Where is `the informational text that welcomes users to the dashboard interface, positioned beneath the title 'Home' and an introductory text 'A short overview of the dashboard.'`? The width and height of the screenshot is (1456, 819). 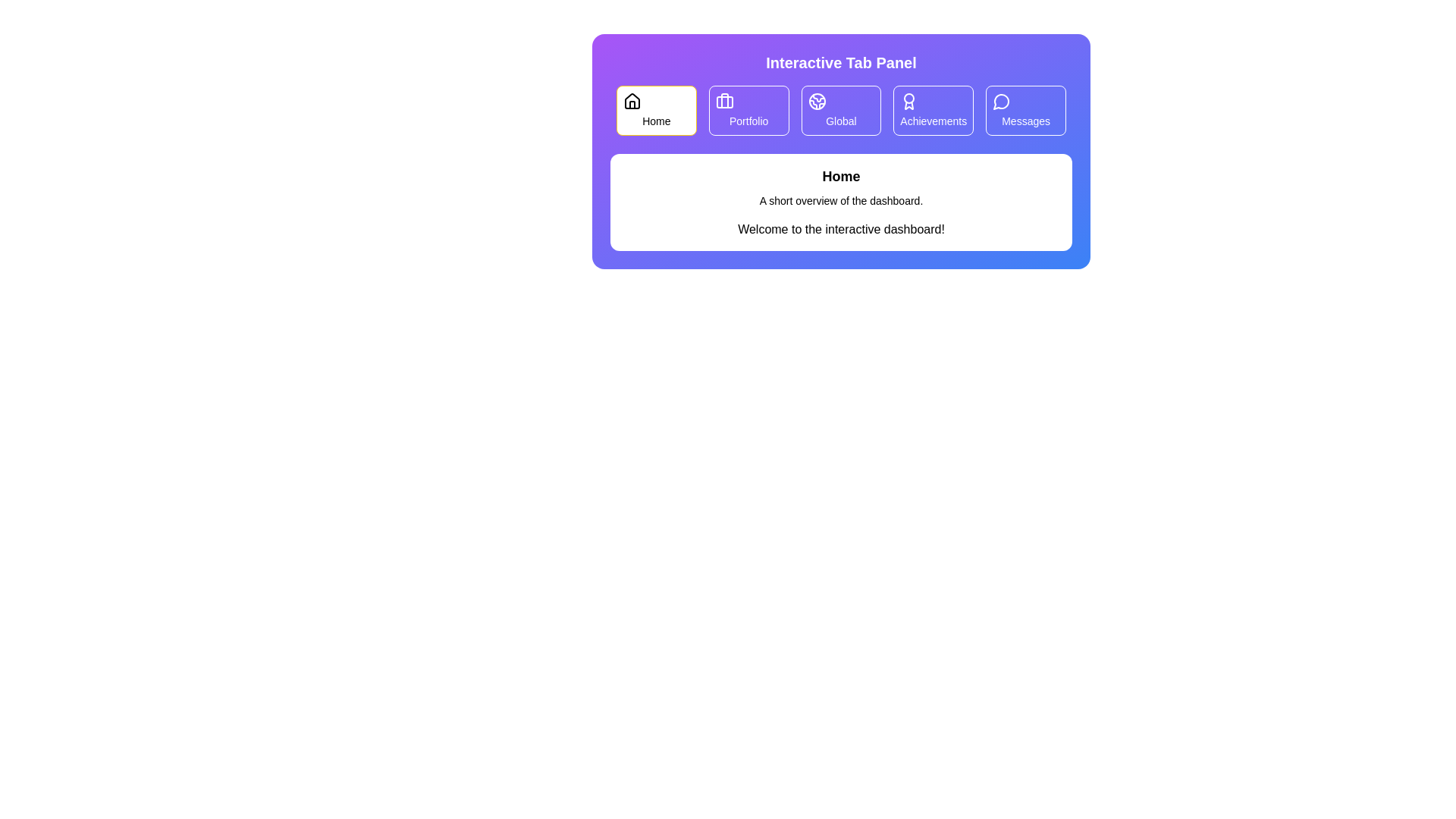
the informational text that welcomes users to the dashboard interface, positioned beneath the title 'Home' and an introductory text 'A short overview of the dashboard.' is located at coordinates (840, 230).